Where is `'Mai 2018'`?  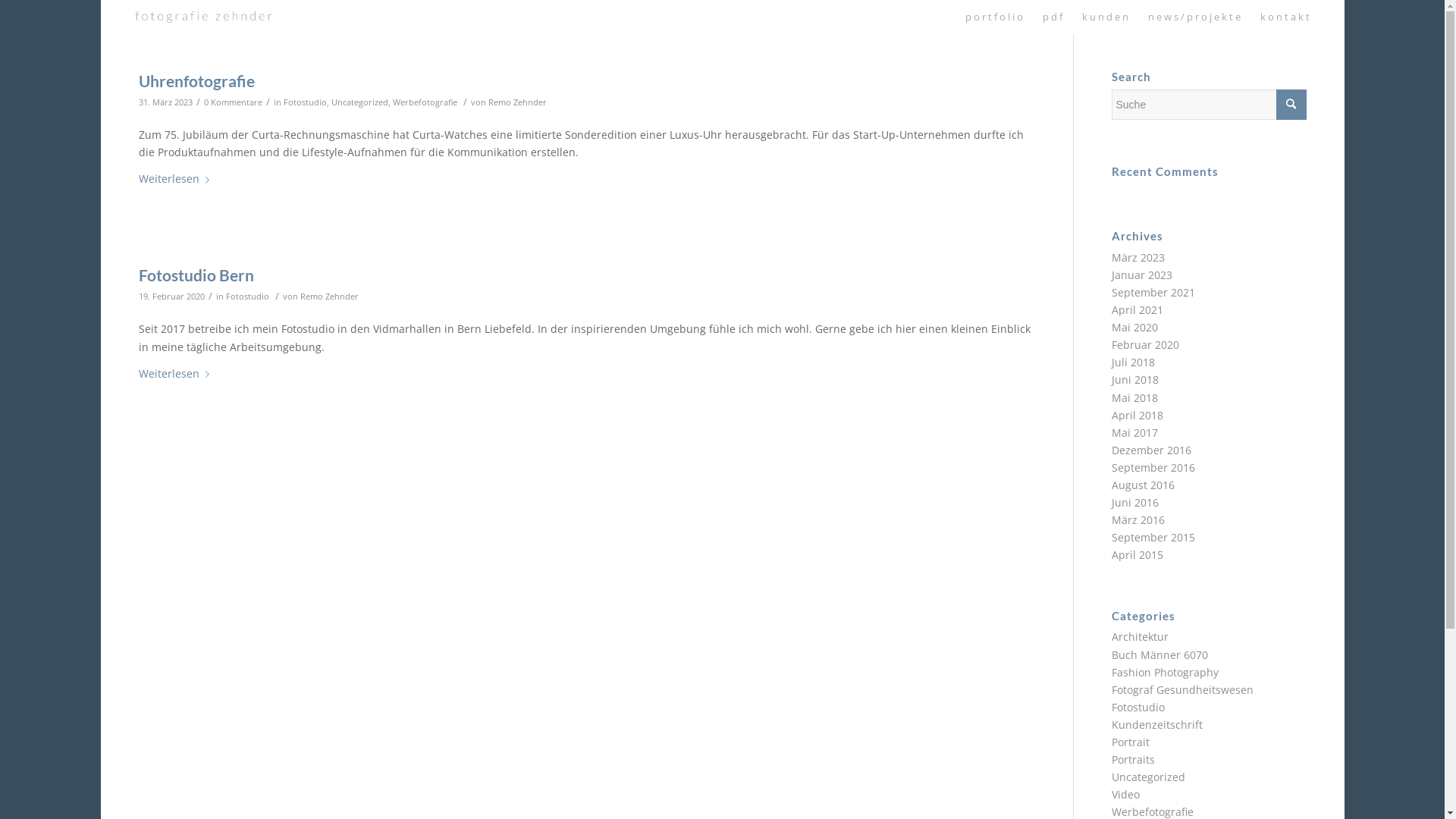 'Mai 2018' is located at coordinates (1134, 397).